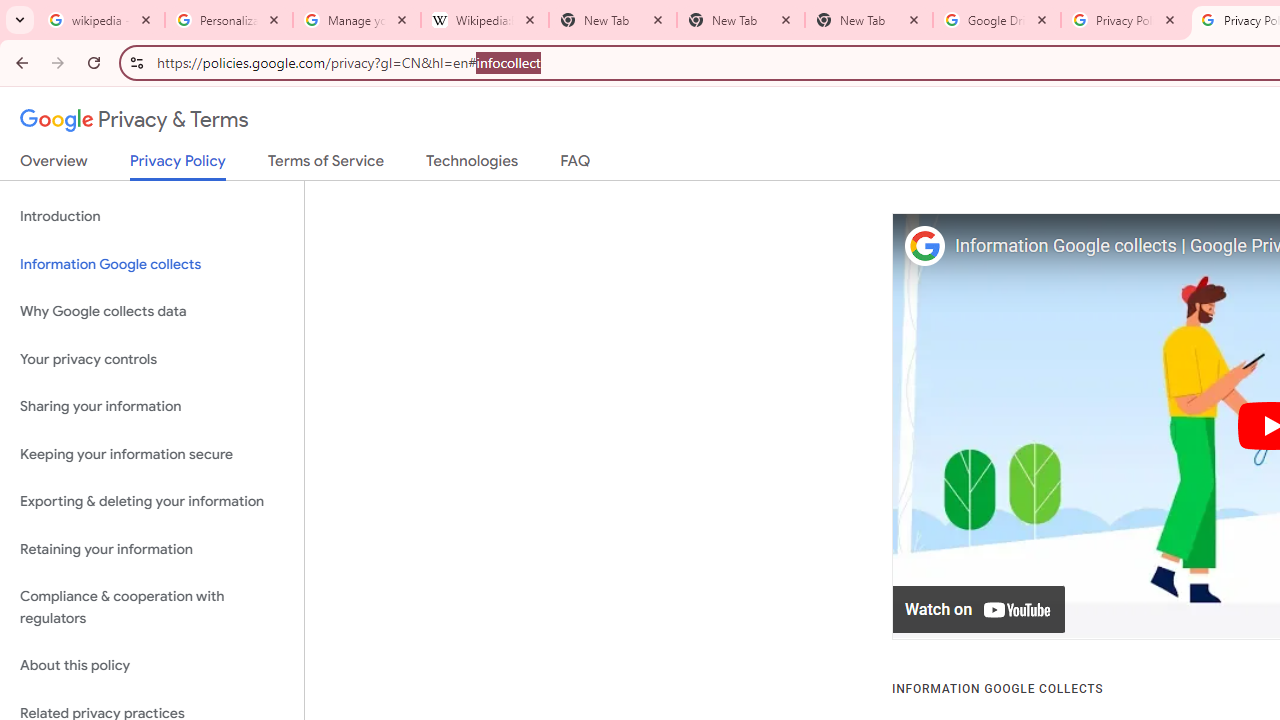 This screenshot has height=720, width=1280. Describe the element at coordinates (151, 406) in the screenshot. I see `'Sharing your information'` at that location.